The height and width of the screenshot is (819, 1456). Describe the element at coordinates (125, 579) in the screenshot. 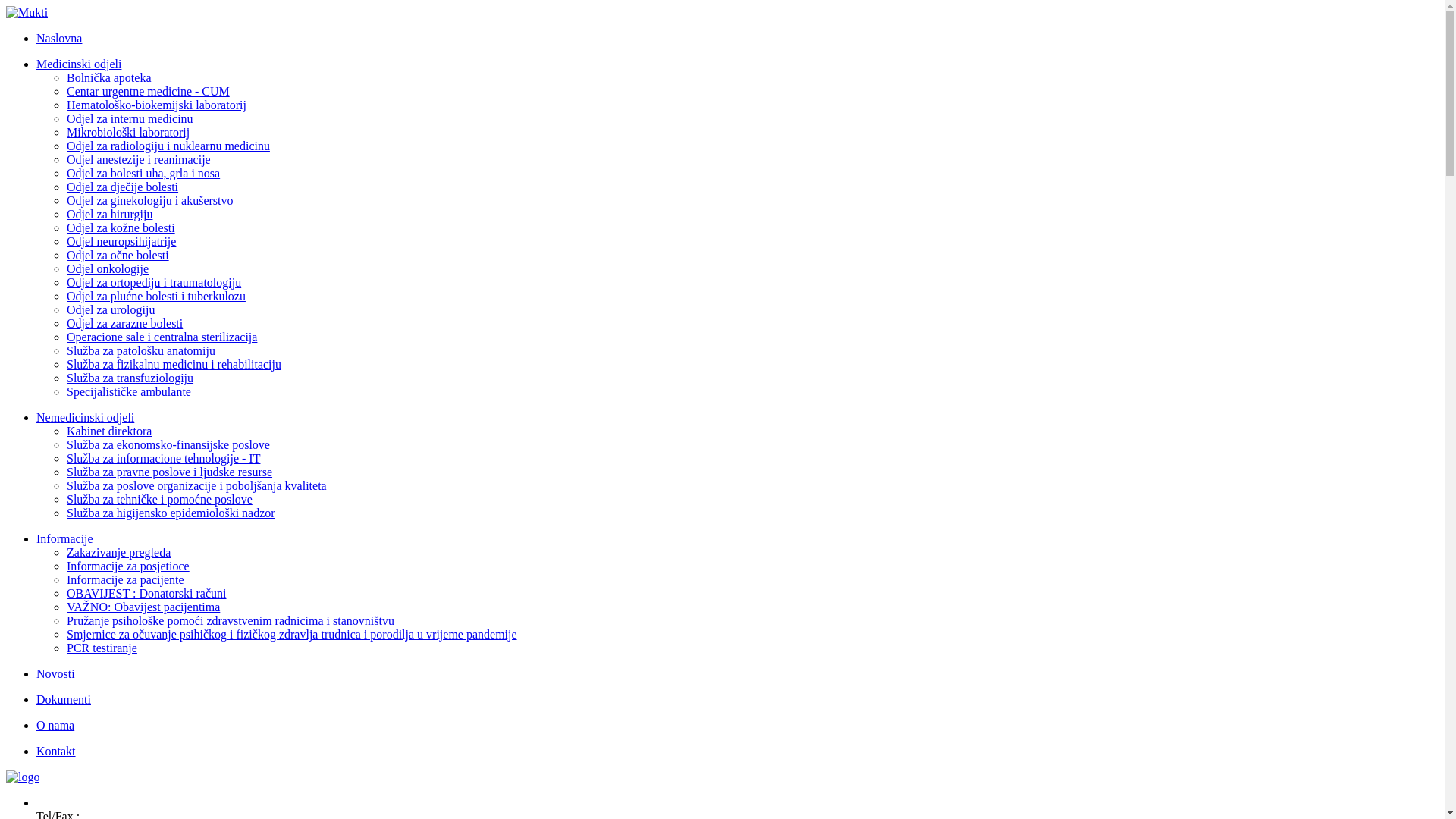

I see `'Informacije za pacijente'` at that location.